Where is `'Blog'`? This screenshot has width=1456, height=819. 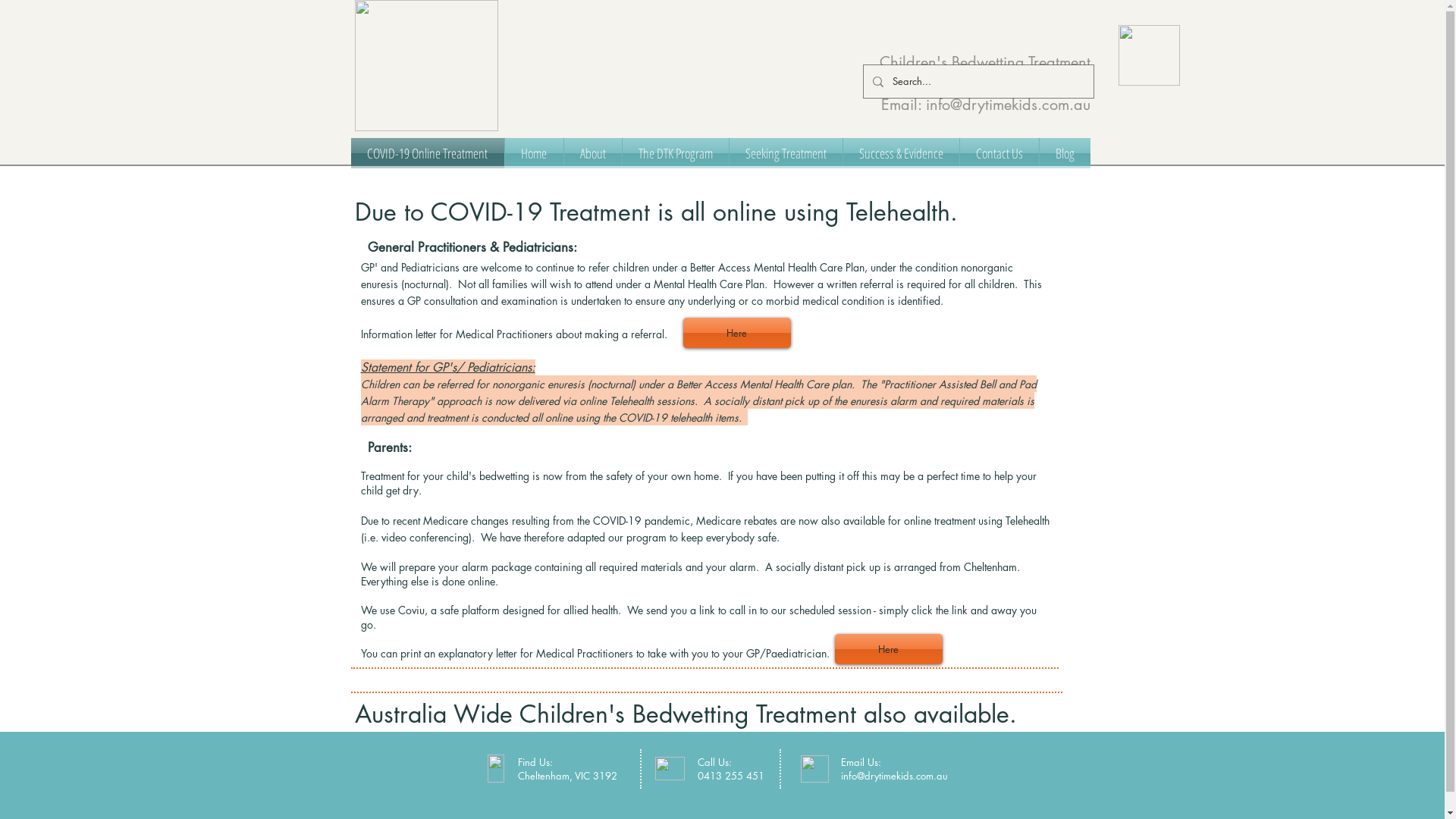
'Blog' is located at coordinates (1063, 152).